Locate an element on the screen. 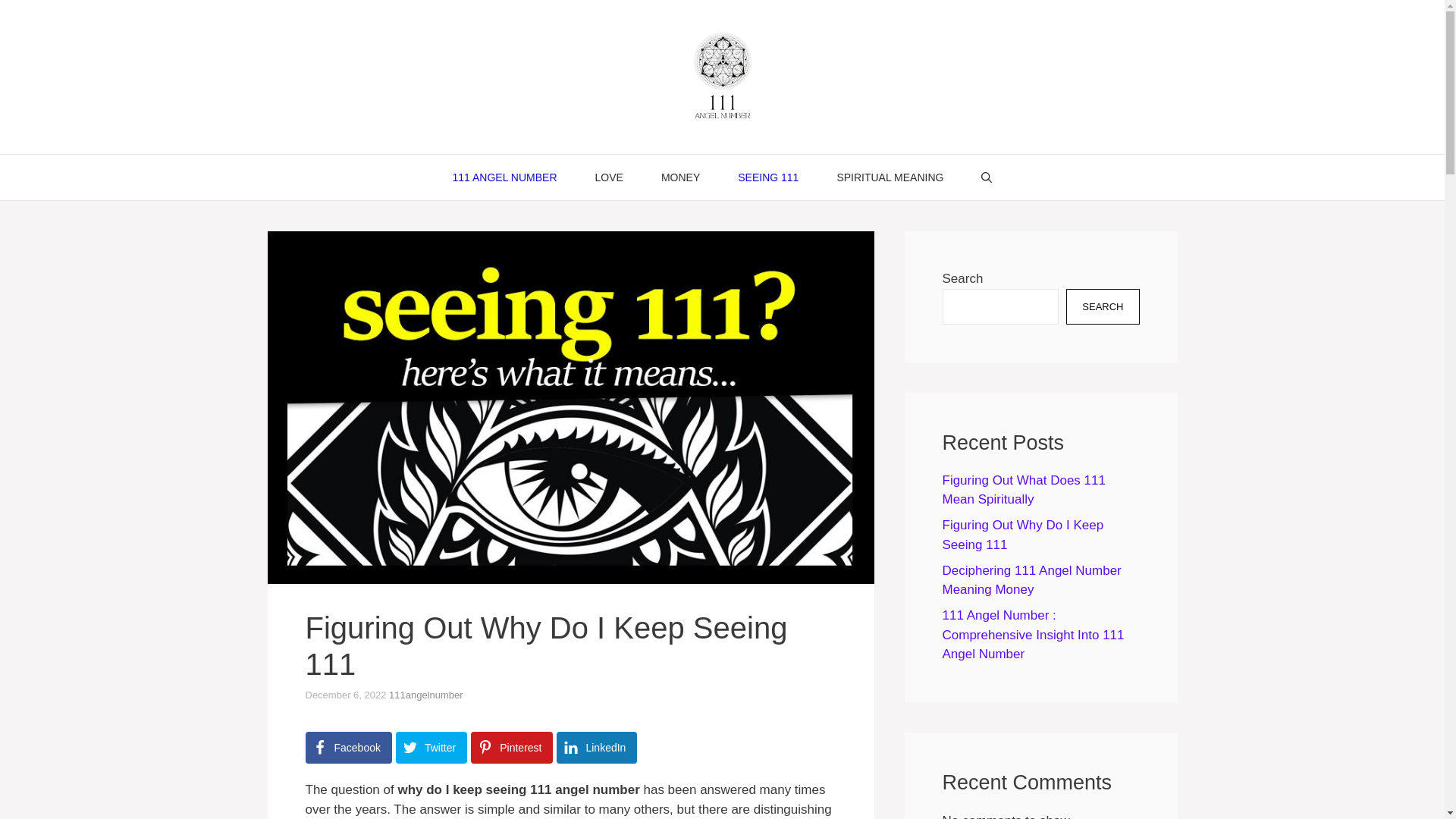  'Facebook' is located at coordinates (304, 747).